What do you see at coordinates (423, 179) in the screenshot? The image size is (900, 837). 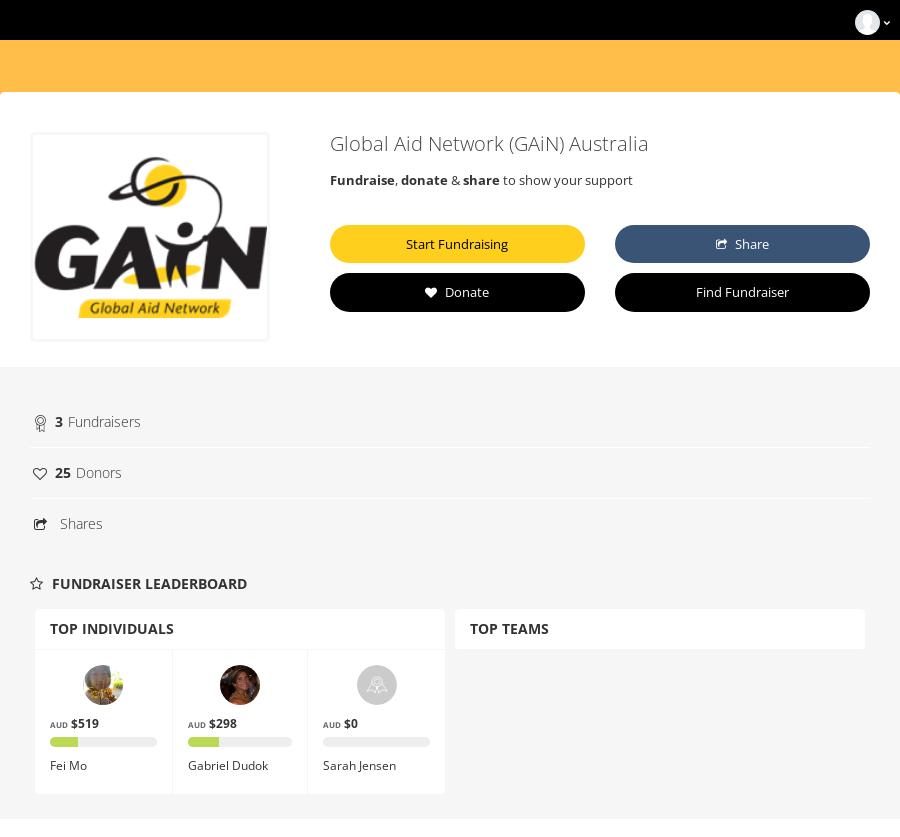 I see `'donate'` at bounding box center [423, 179].